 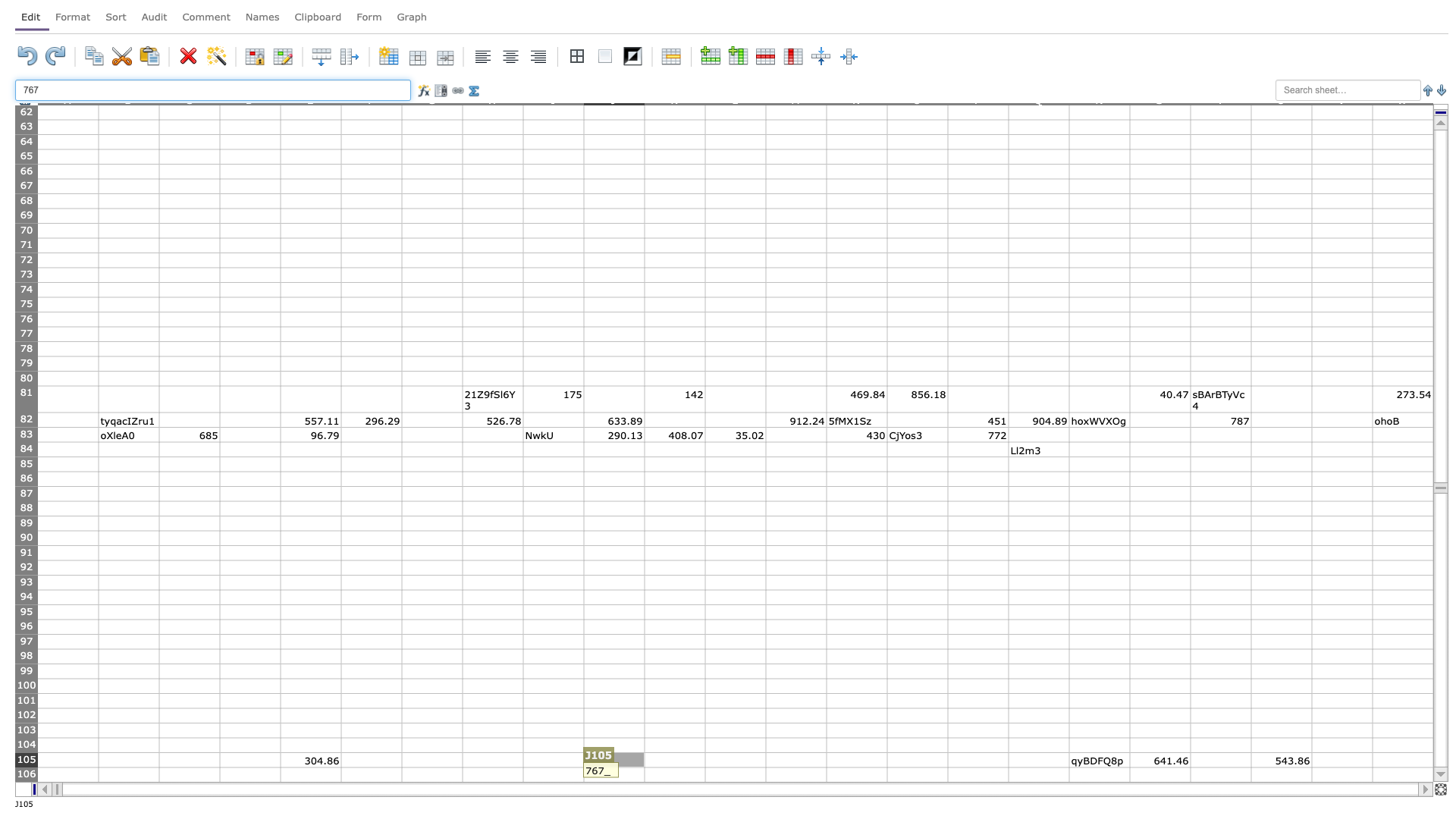 What do you see at coordinates (704, 774) in the screenshot?
I see `Right side of cell K106` at bounding box center [704, 774].